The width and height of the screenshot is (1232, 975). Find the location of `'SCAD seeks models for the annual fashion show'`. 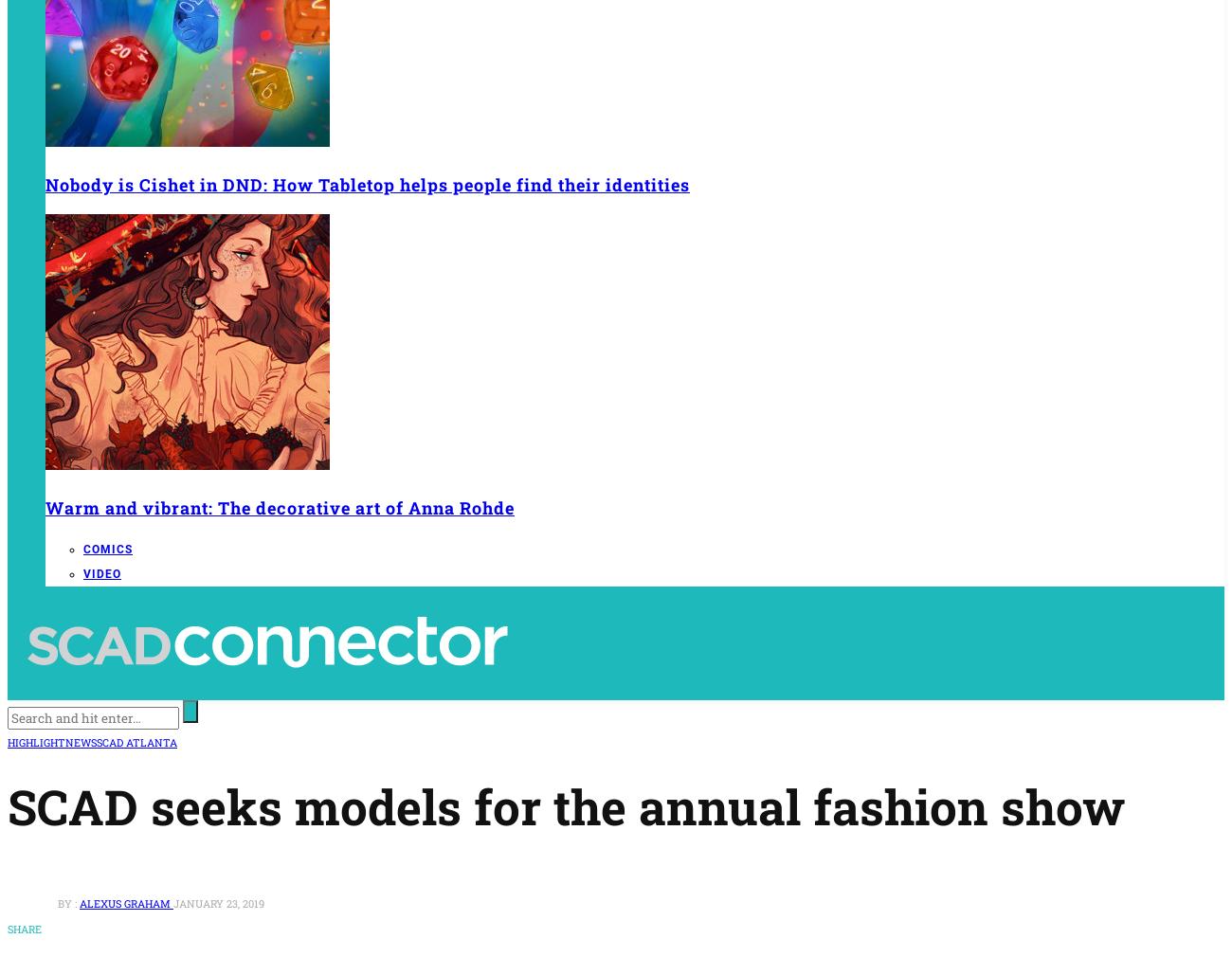

'SCAD seeks models for the annual fashion show' is located at coordinates (566, 805).